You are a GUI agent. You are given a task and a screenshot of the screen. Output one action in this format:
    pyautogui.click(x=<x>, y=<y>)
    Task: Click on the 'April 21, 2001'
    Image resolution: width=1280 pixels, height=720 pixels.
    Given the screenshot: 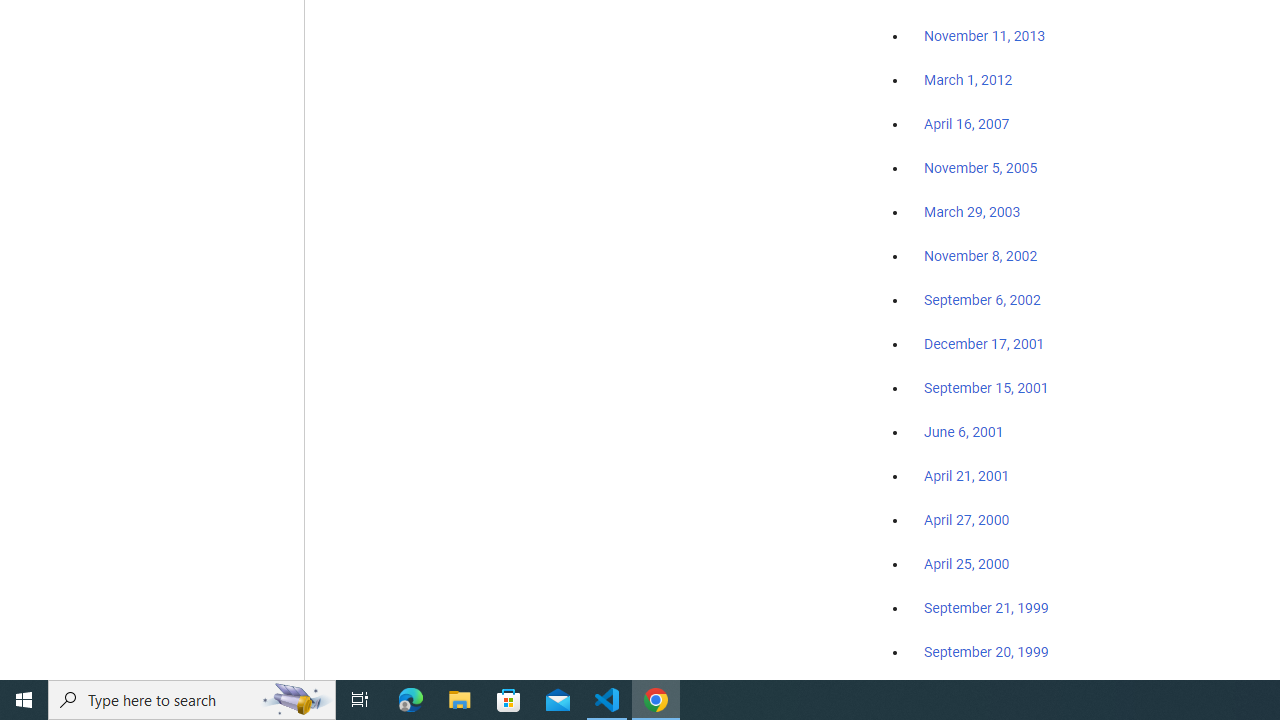 What is the action you would take?
    pyautogui.click(x=967, y=476)
    